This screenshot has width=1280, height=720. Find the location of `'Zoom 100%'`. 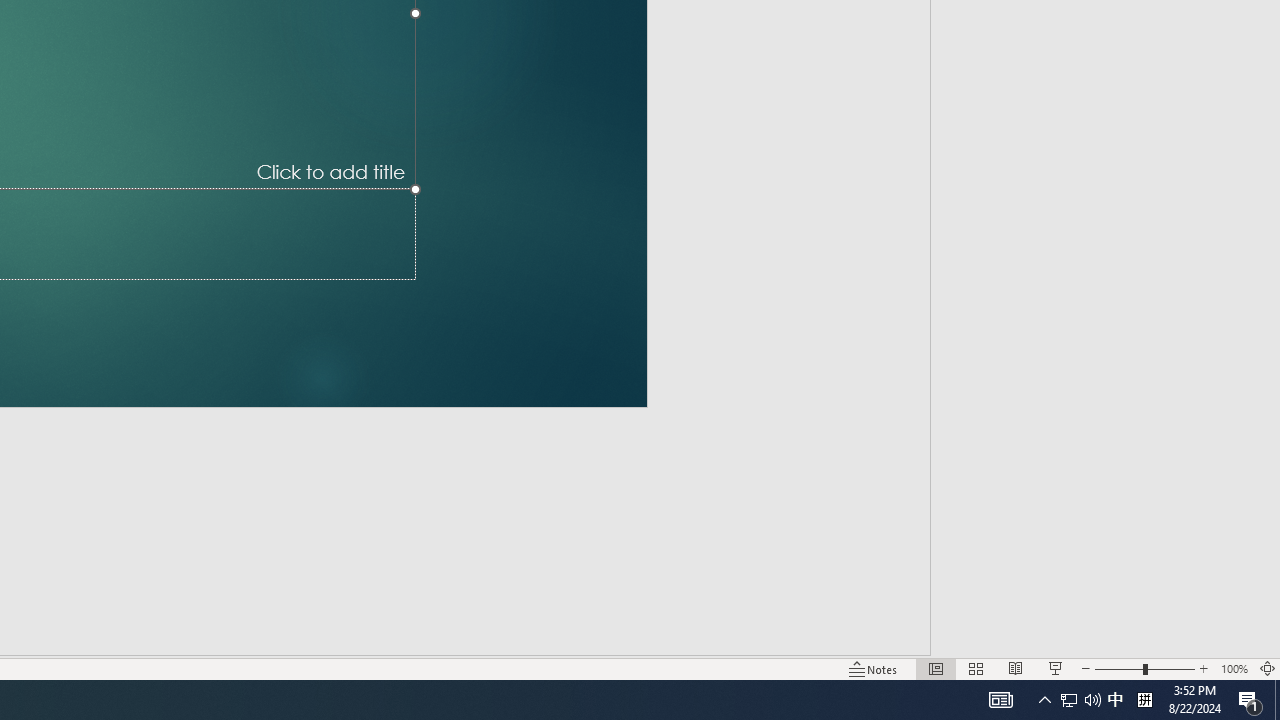

'Zoom 100%' is located at coordinates (1233, 669).